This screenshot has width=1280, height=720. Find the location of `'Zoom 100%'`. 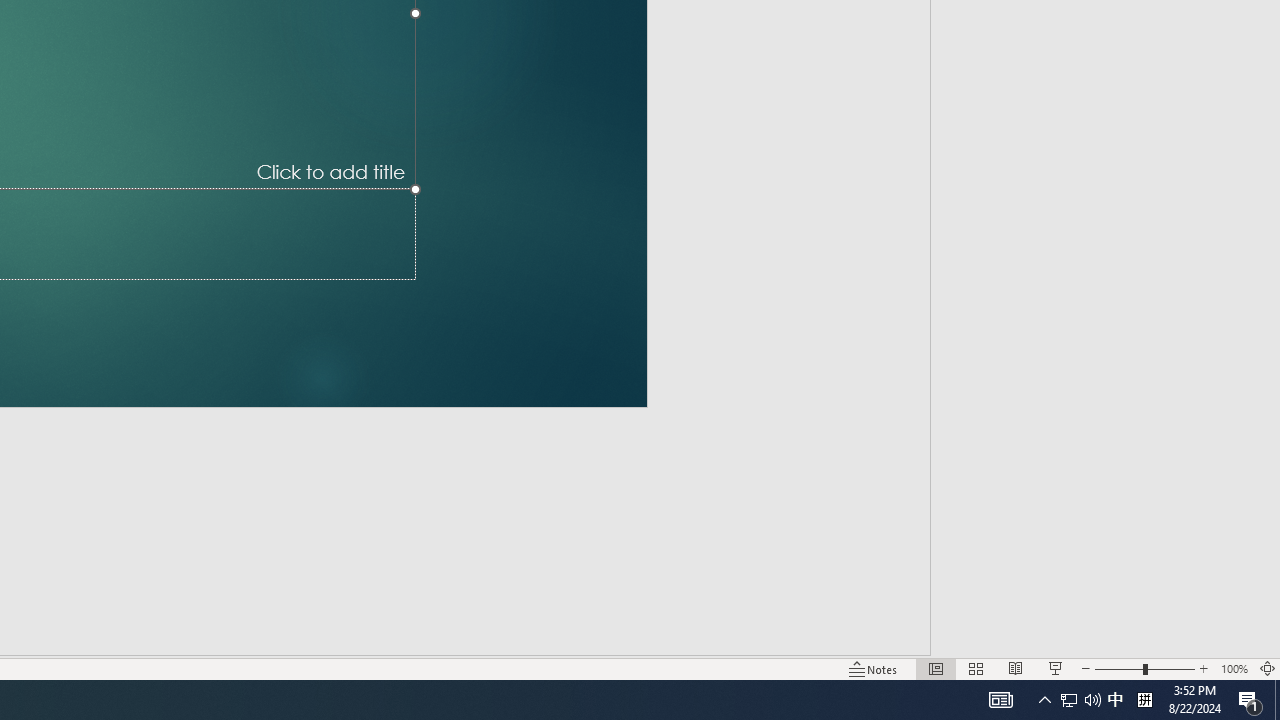

'Zoom 100%' is located at coordinates (1233, 669).